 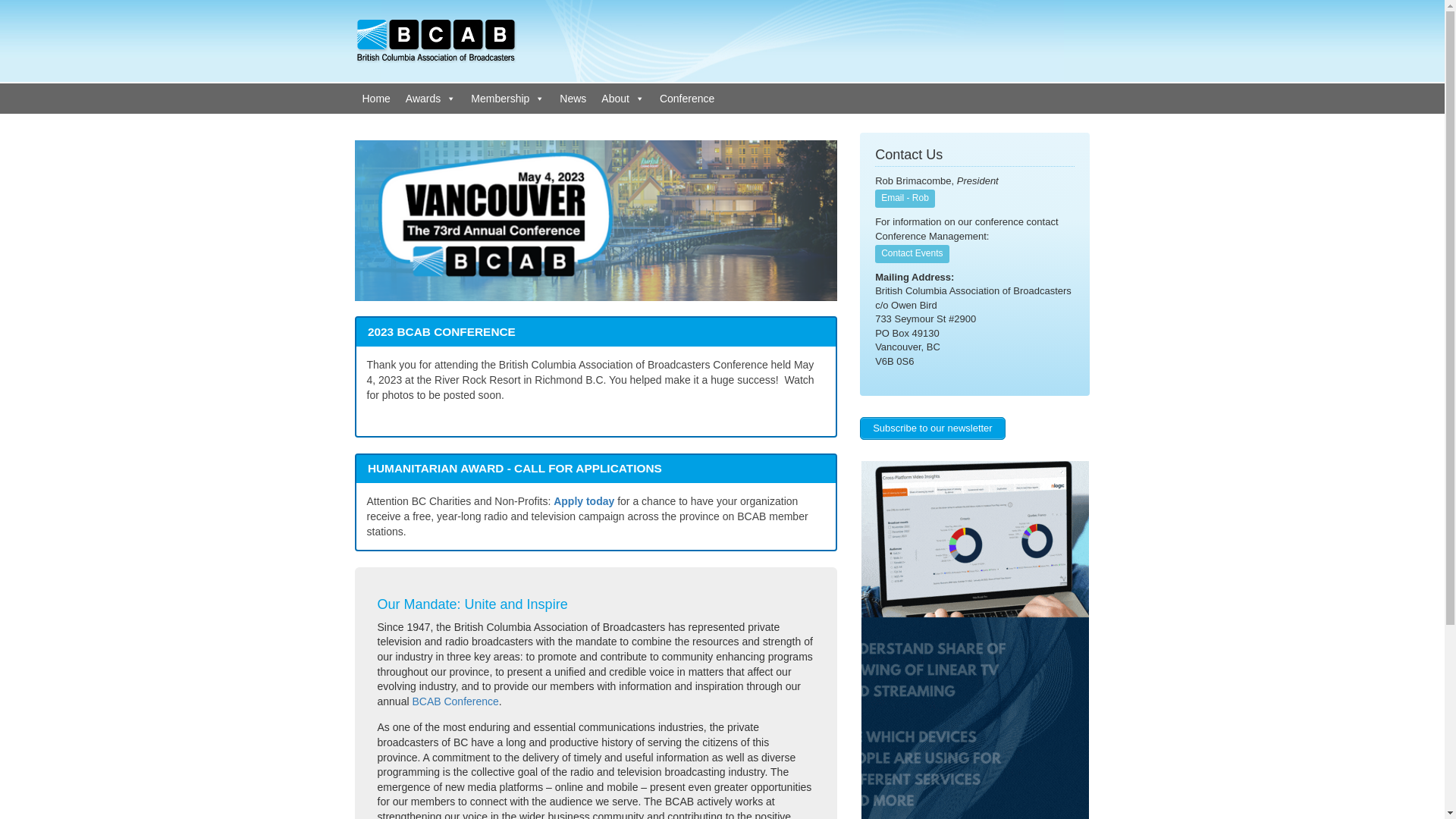 I want to click on 'About', so click(x=623, y=99).